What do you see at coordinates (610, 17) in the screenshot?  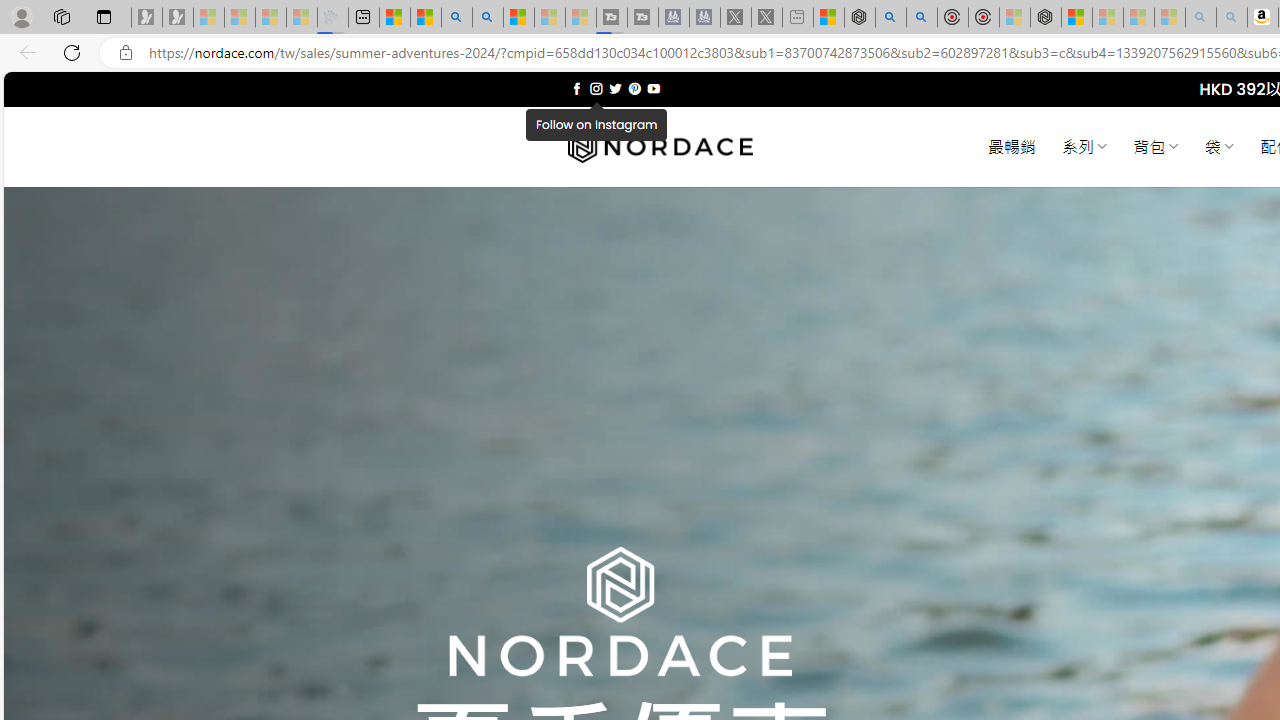 I see `'Streaming Coverage | T3 - Sleeping'` at bounding box center [610, 17].